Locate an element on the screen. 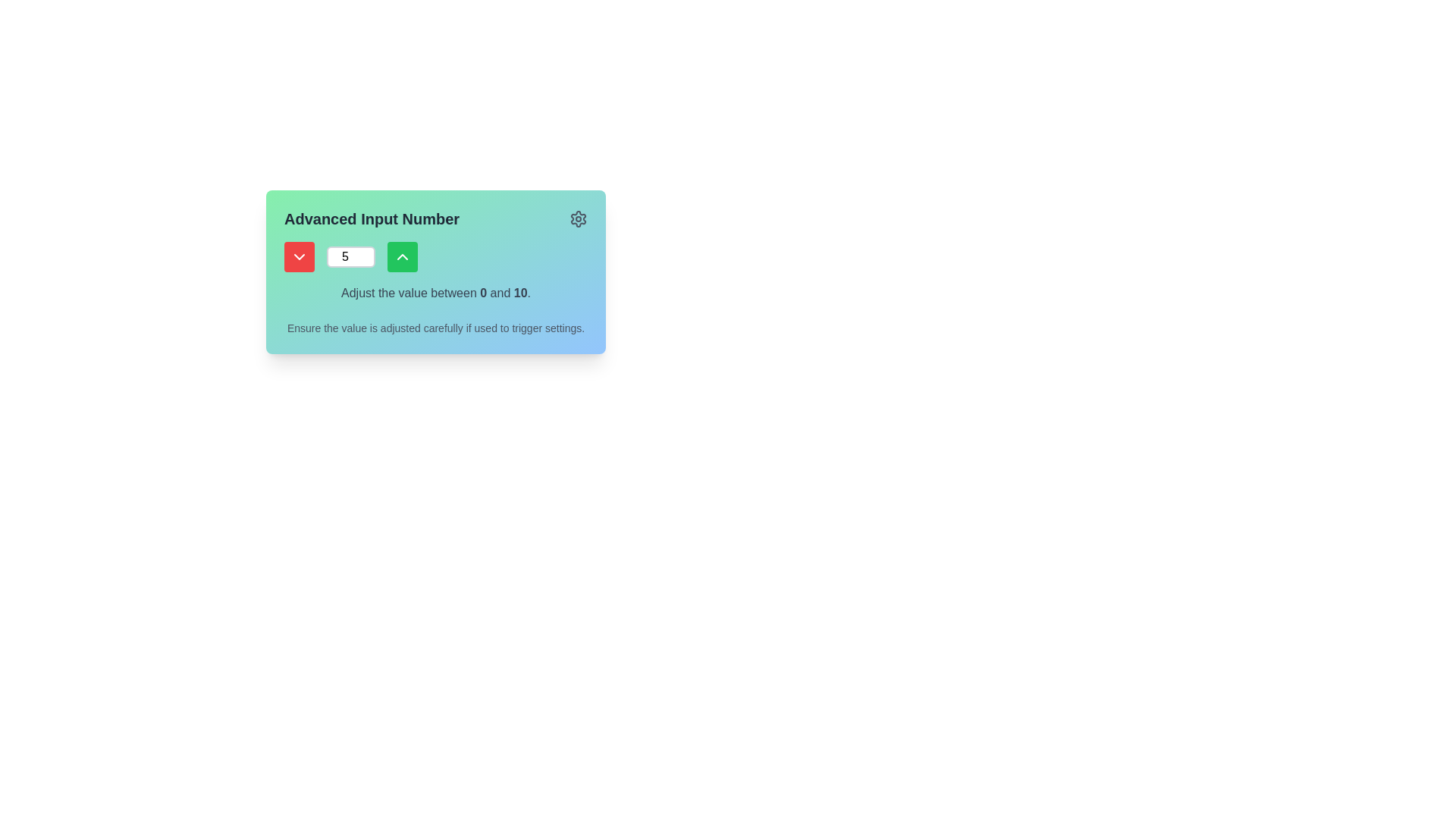 The height and width of the screenshot is (819, 1456). the gear-shaped icon located in the top-right corner of the colored card is located at coordinates (578, 219).